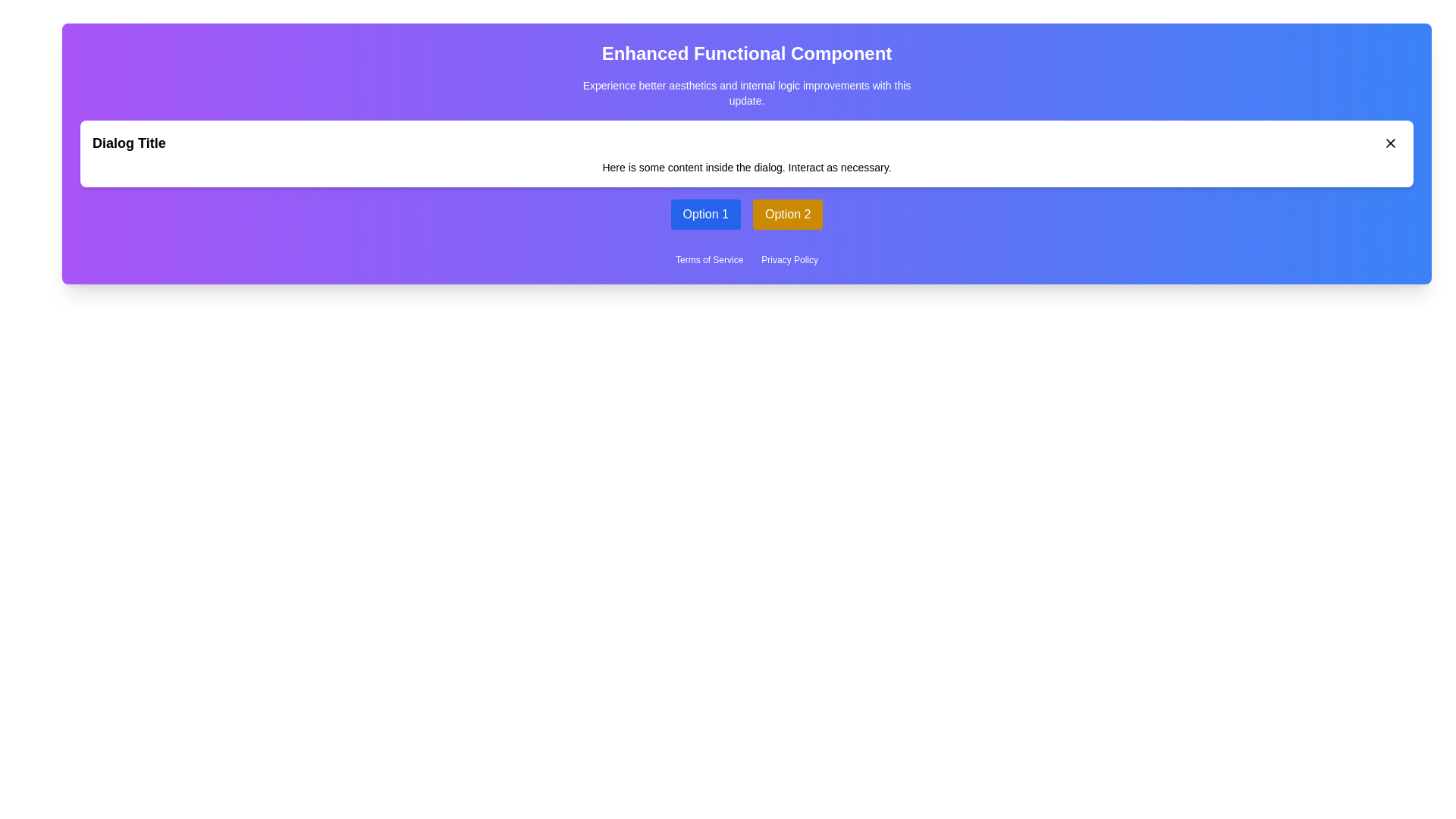 The width and height of the screenshot is (1456, 819). I want to click on the hyperlink labeled 'Privacy Policy', so click(789, 259).